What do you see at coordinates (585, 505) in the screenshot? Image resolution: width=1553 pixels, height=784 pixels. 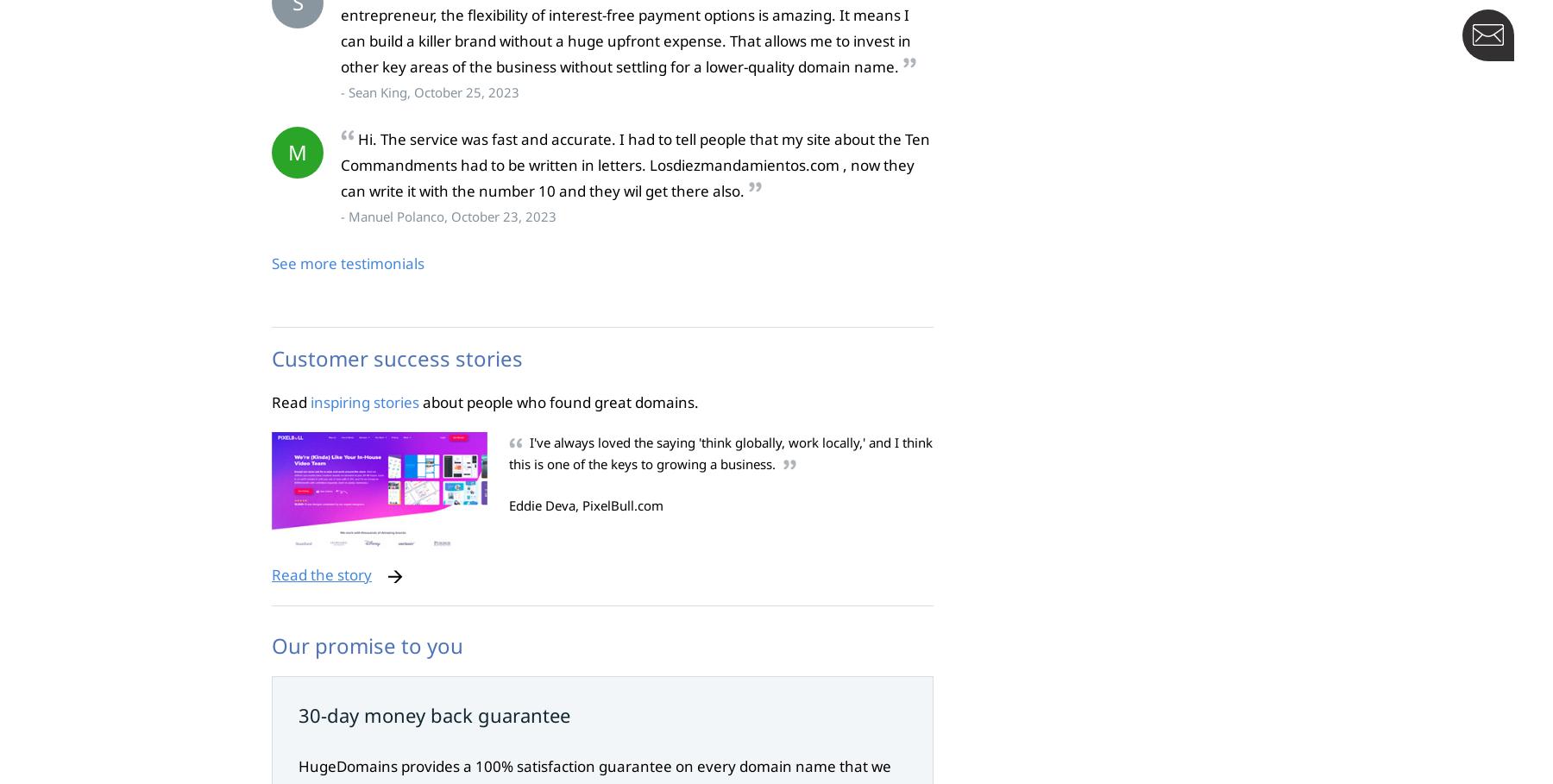 I see `'Eddie Deva, PixelBull.com'` at bounding box center [585, 505].